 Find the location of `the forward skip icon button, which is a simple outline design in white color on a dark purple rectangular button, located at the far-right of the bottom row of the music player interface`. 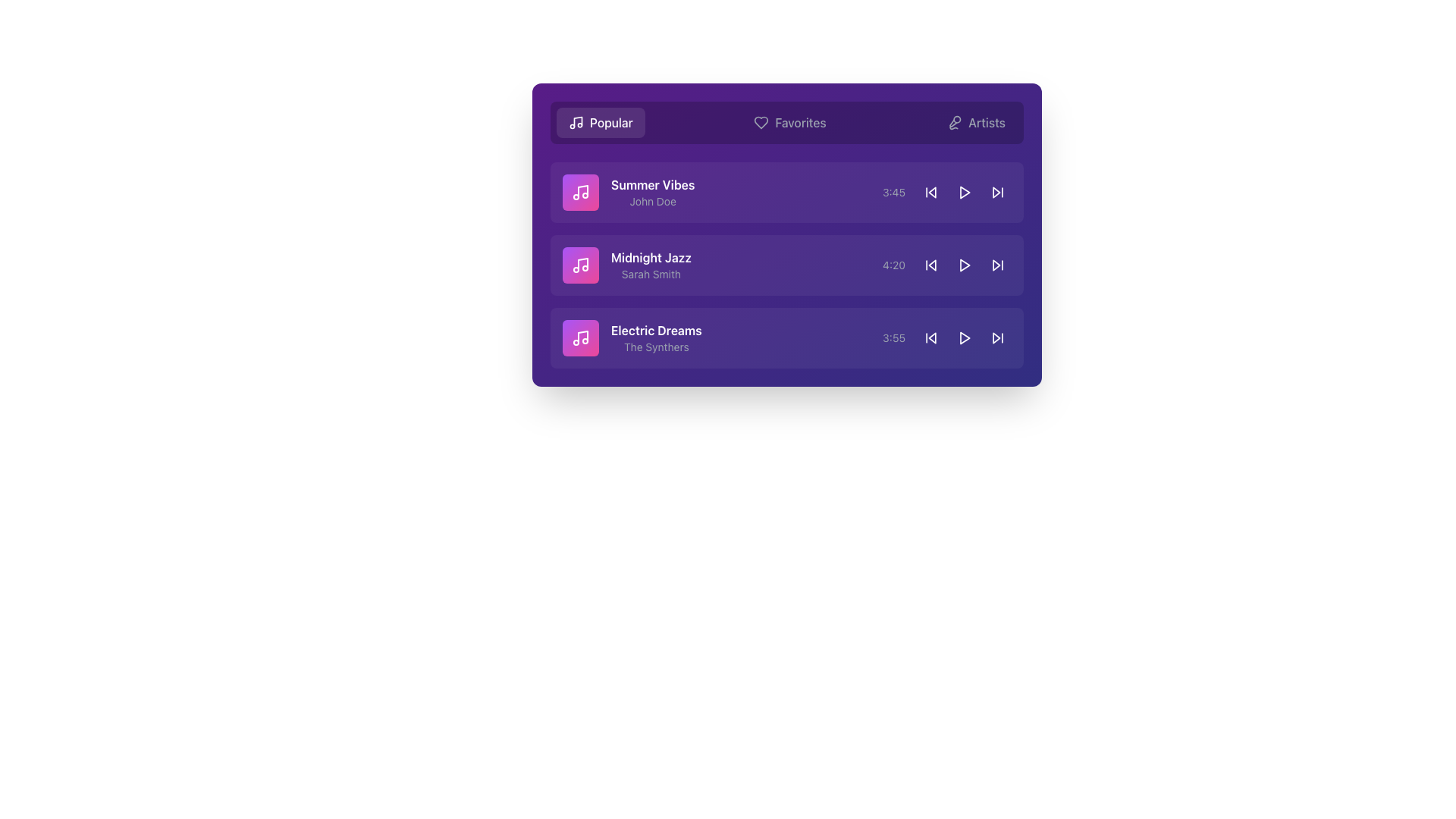

the forward skip icon button, which is a simple outline design in white color on a dark purple rectangular button, located at the far-right of the bottom row of the music player interface is located at coordinates (997, 337).